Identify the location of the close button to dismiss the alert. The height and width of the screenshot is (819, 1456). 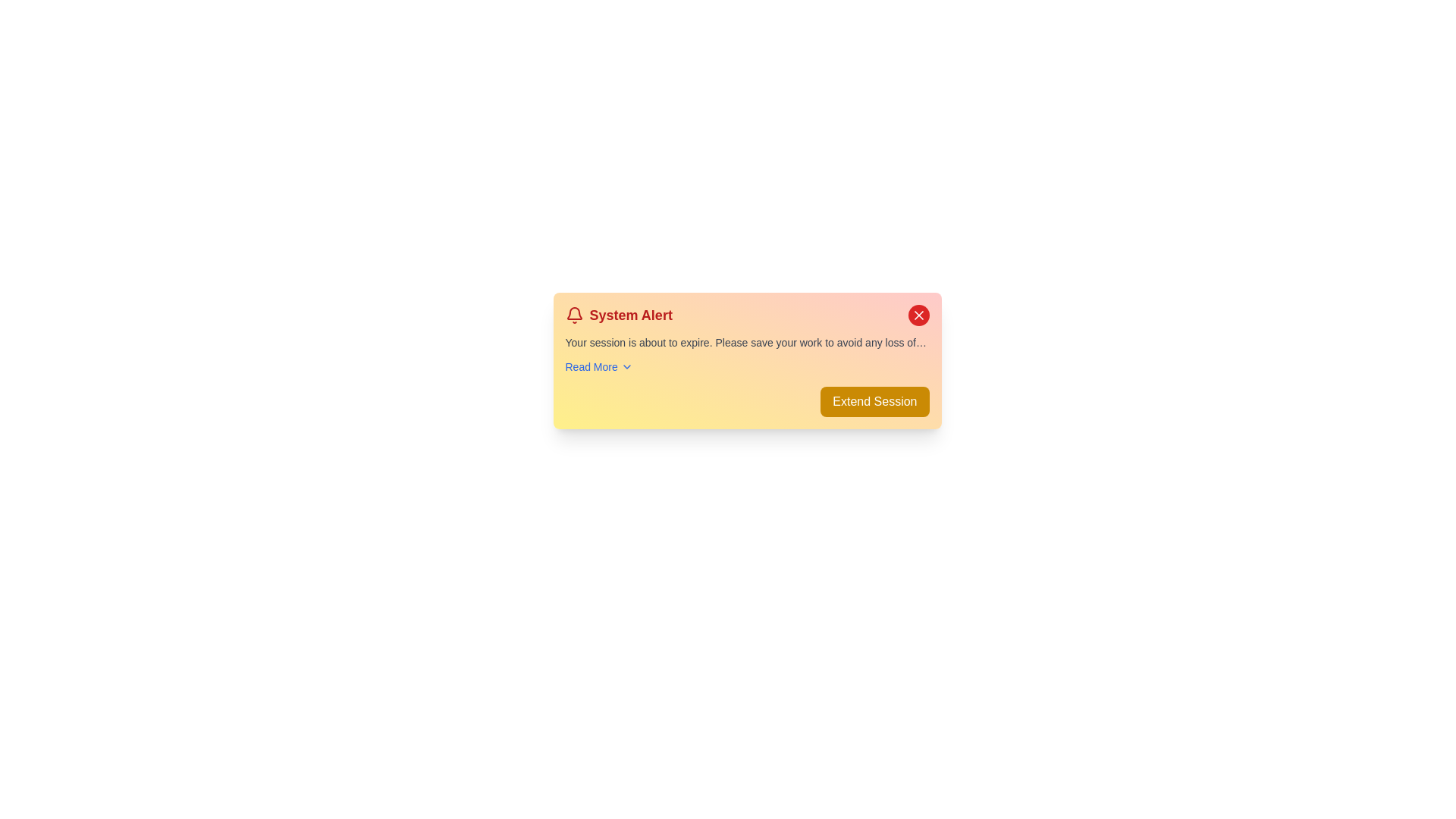
(918, 315).